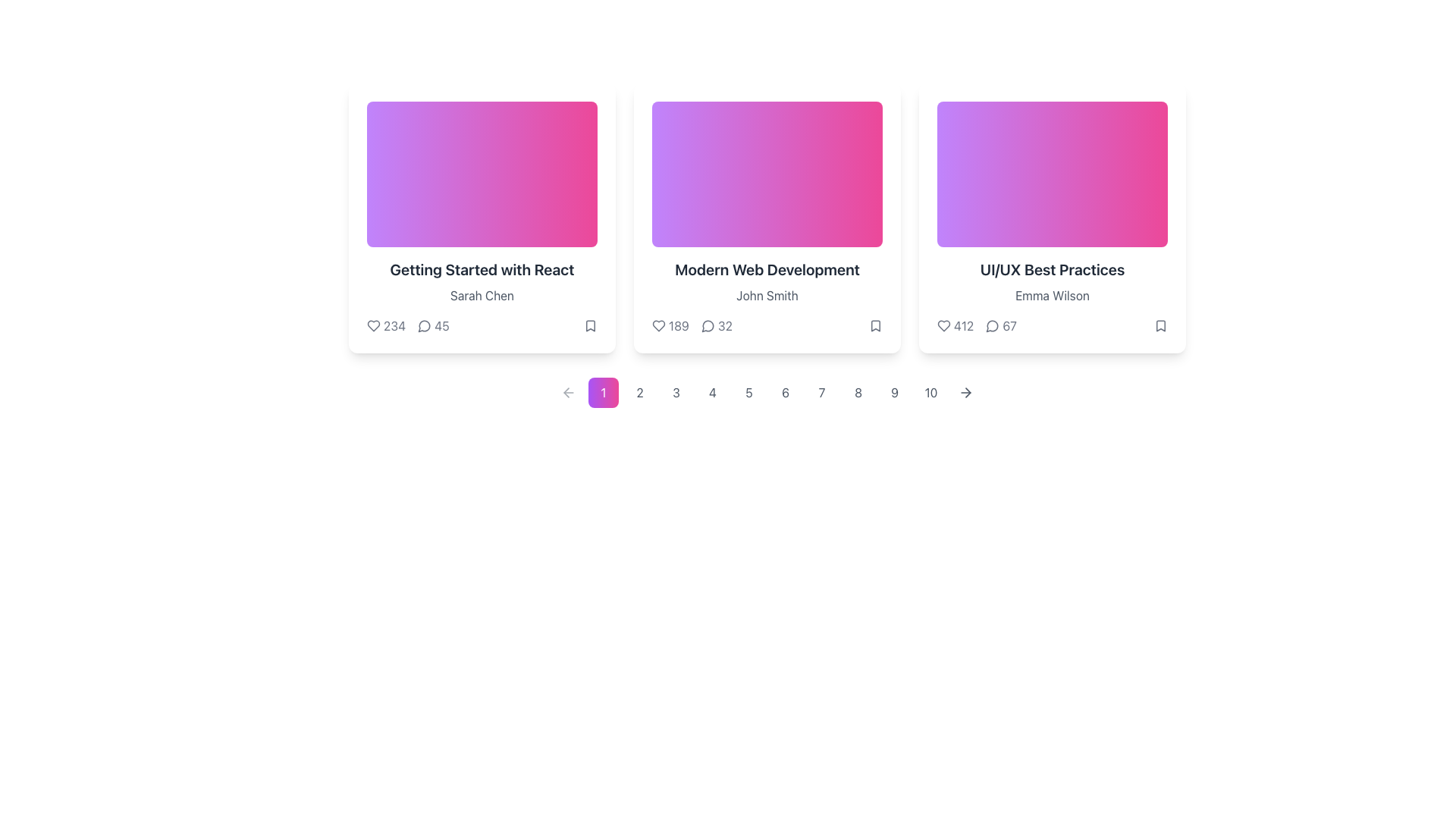 The height and width of the screenshot is (819, 1456). What do you see at coordinates (1051, 295) in the screenshot?
I see `the Text label displaying the author or creator's name, located directly below the title 'UI/UX Best Practices' in the third card of the card grid` at bounding box center [1051, 295].